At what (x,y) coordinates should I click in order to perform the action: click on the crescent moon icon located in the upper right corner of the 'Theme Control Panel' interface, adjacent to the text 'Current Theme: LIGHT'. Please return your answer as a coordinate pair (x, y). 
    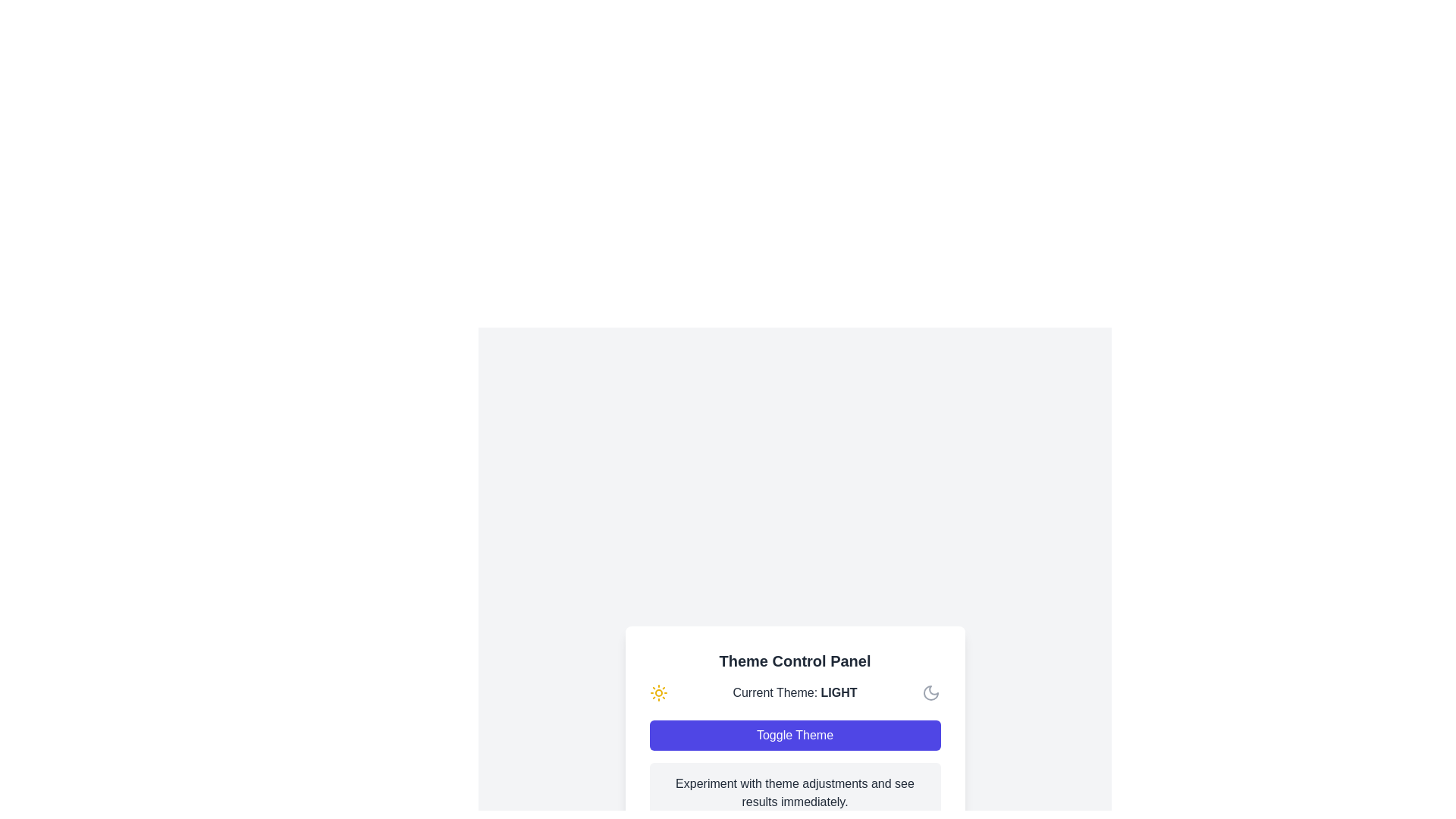
    Looking at the image, I should click on (930, 693).